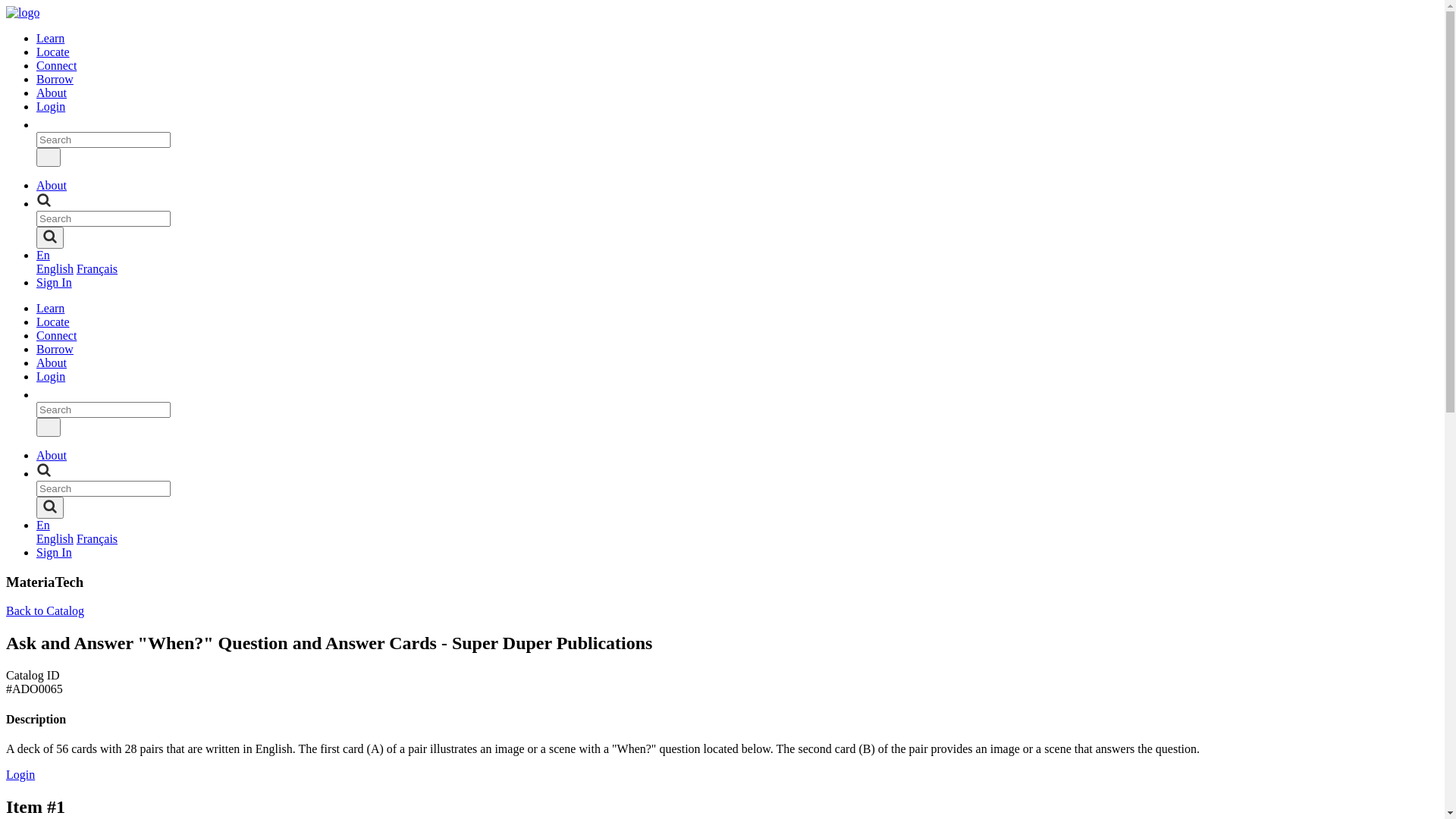  Describe the element at coordinates (55, 349) in the screenshot. I see `'Borrow'` at that location.